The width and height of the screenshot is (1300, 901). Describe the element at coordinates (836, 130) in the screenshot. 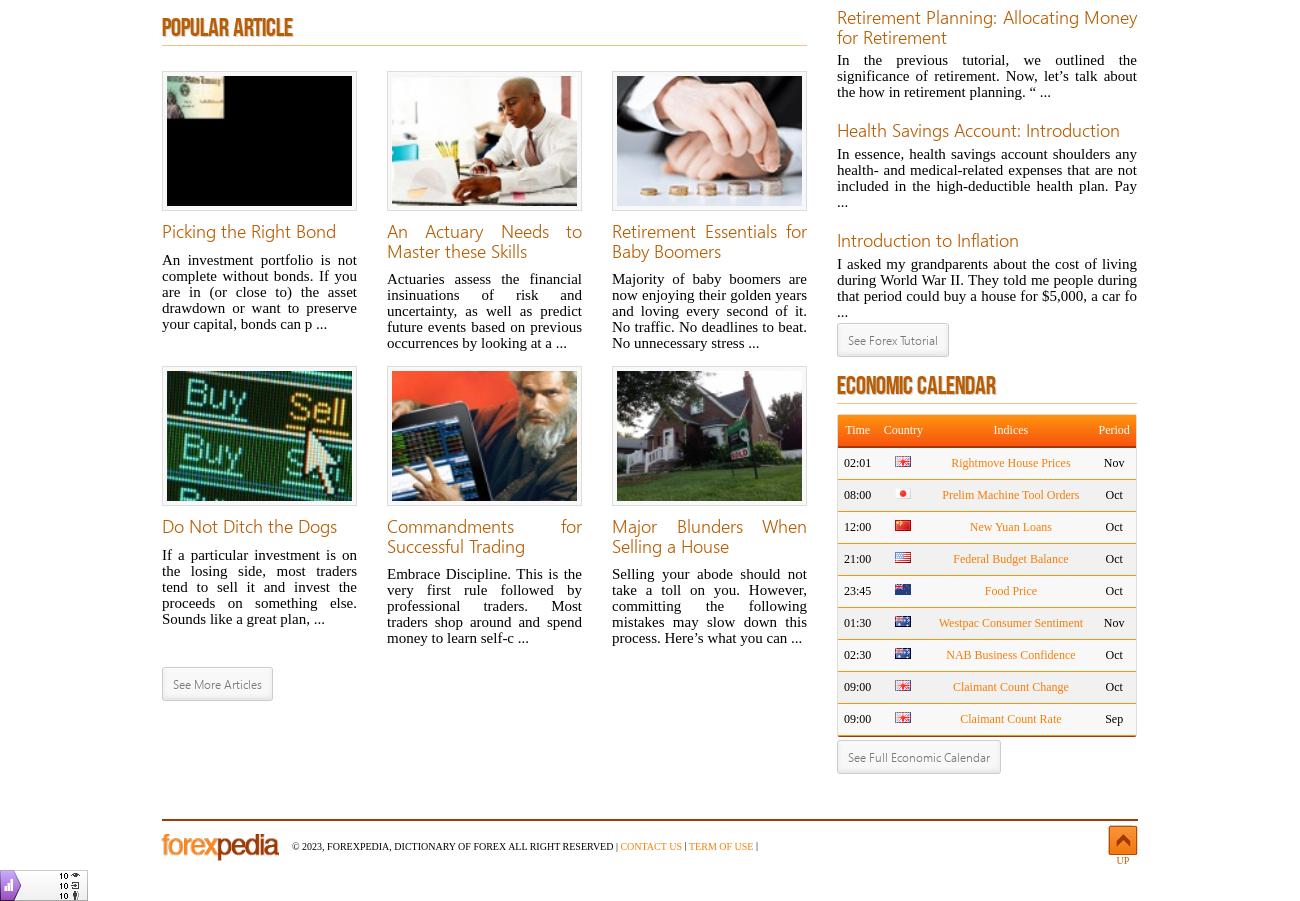

I see `'Health Savings Account: Introduction'` at that location.